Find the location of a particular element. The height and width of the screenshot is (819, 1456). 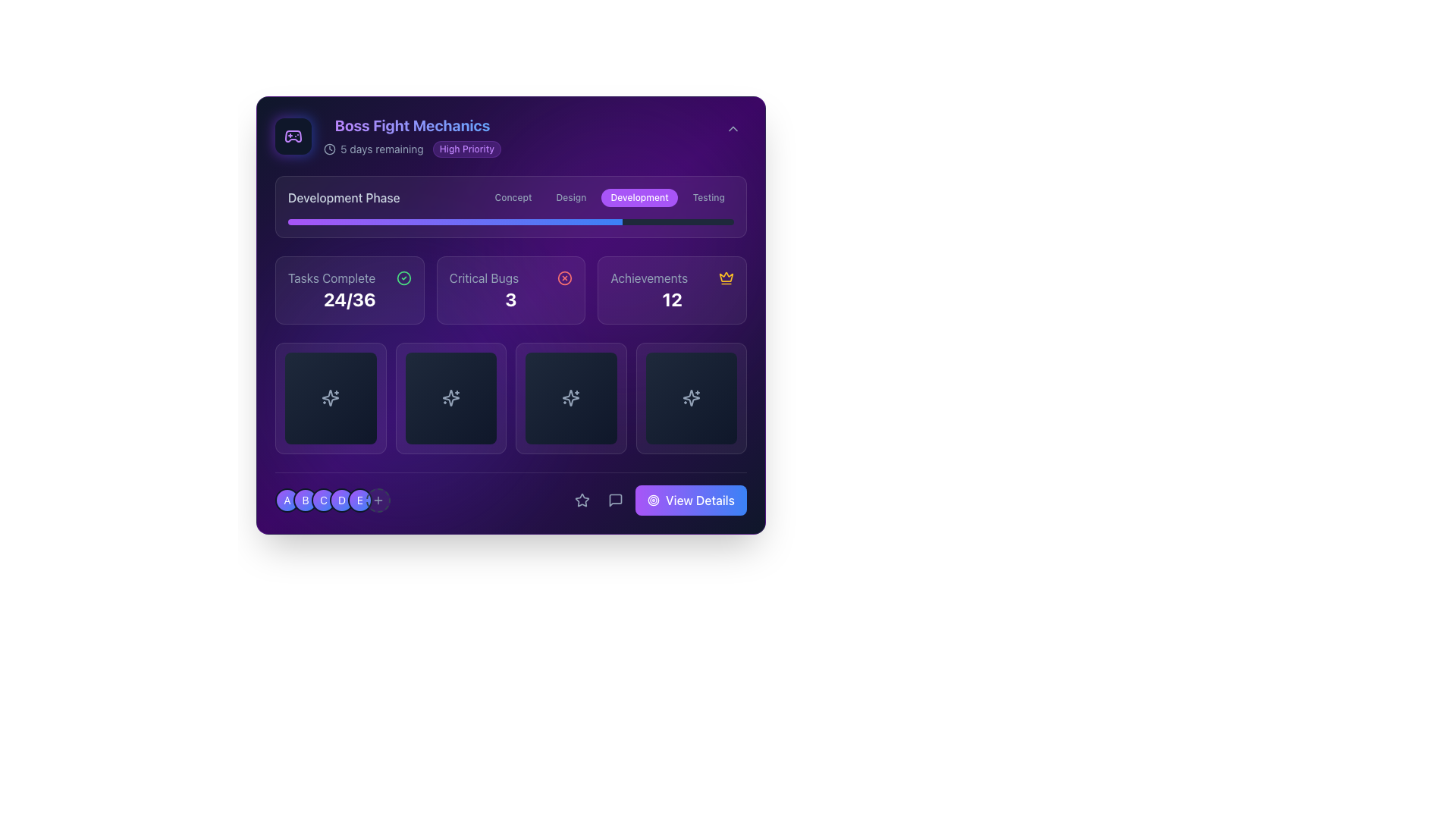

the 'Tasks Complete' text label, which displays the text in gray on a dark purple background, located in the top-left section of the information card is located at coordinates (331, 278).